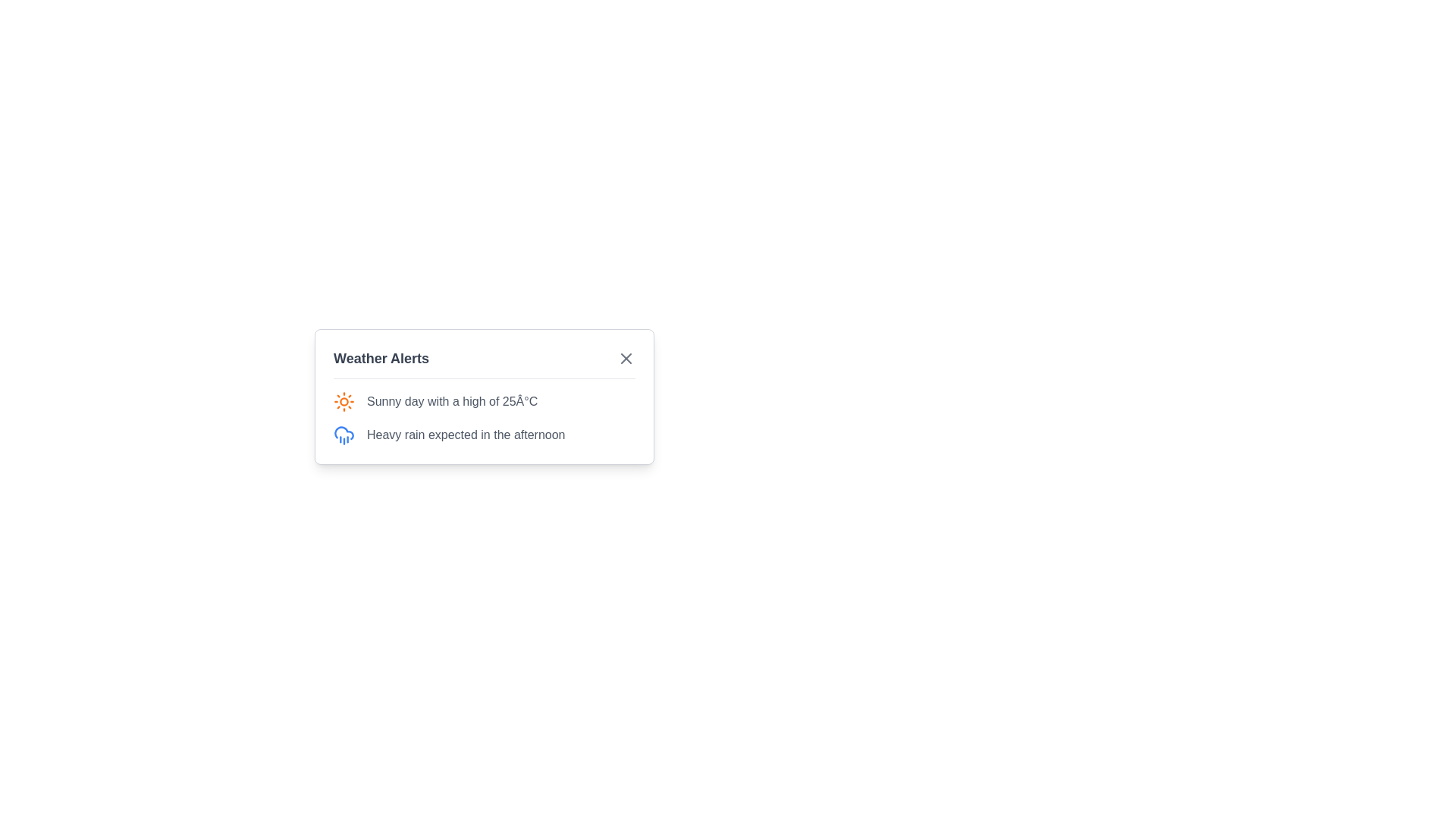  What do you see at coordinates (626, 359) in the screenshot?
I see `the close button of the WeatherAlert component` at bounding box center [626, 359].